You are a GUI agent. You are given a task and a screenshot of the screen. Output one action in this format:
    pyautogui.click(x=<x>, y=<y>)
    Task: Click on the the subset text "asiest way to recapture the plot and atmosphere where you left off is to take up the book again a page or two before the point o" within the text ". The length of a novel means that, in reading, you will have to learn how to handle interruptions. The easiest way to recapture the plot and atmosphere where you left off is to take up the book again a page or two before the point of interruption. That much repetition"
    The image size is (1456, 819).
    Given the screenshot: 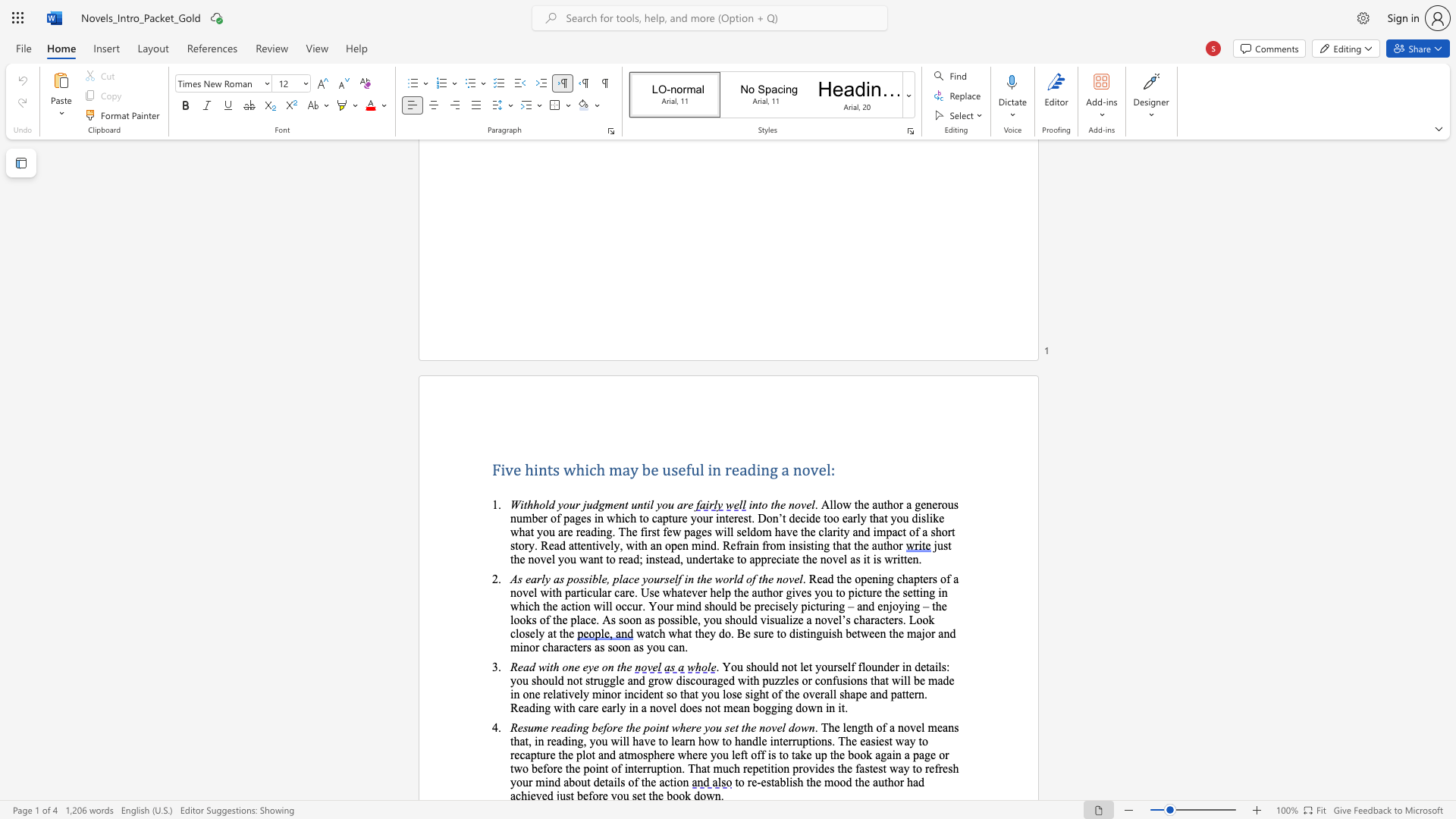 What is the action you would take?
    pyautogui.click(x=865, y=740)
    